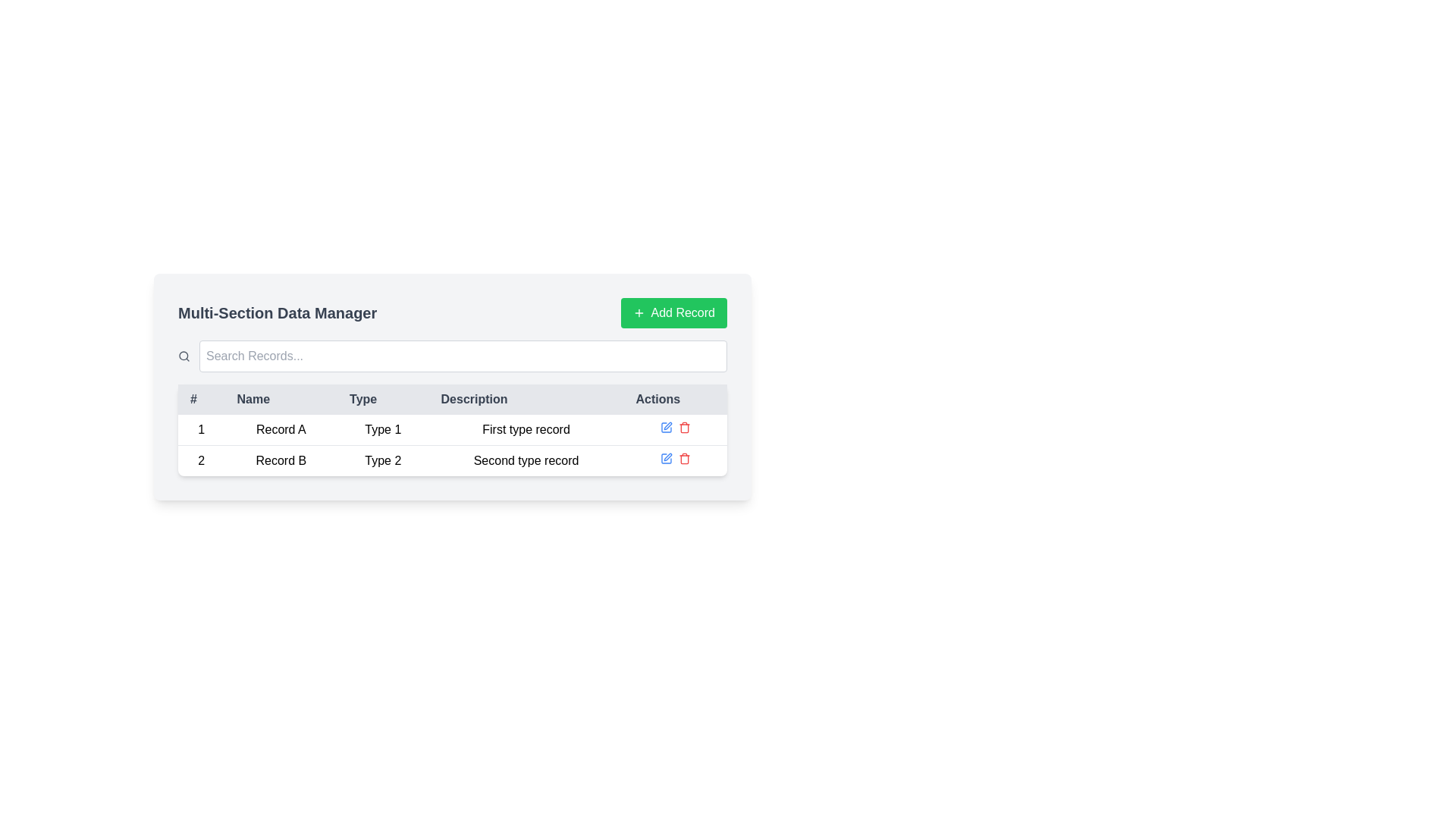  What do you see at coordinates (674, 430) in the screenshot?
I see `the empty table cell located in the last cell of the first row of the data table related to 'Record A' of 'Type 1'` at bounding box center [674, 430].